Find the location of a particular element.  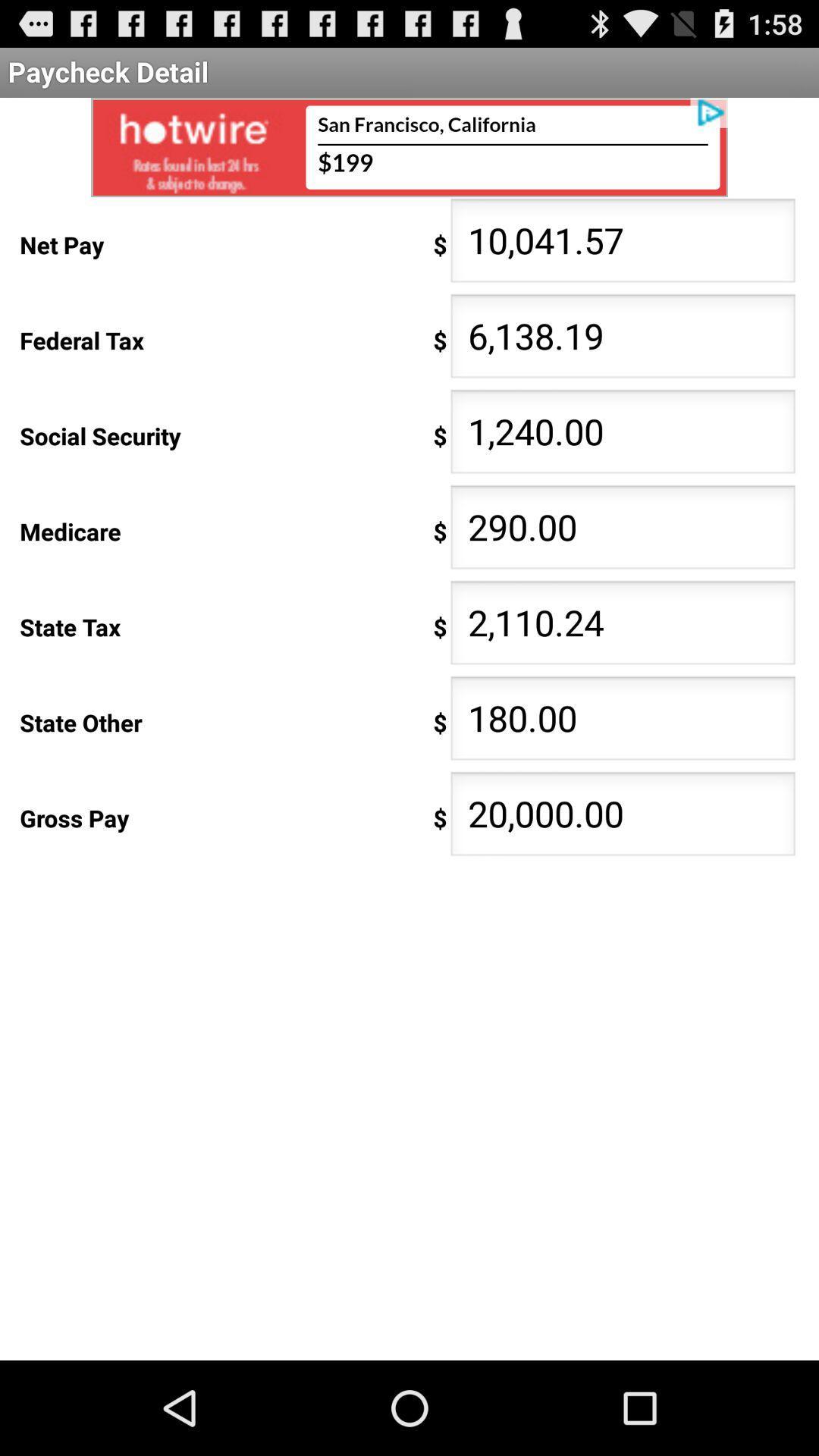

advertisement is located at coordinates (409, 147).